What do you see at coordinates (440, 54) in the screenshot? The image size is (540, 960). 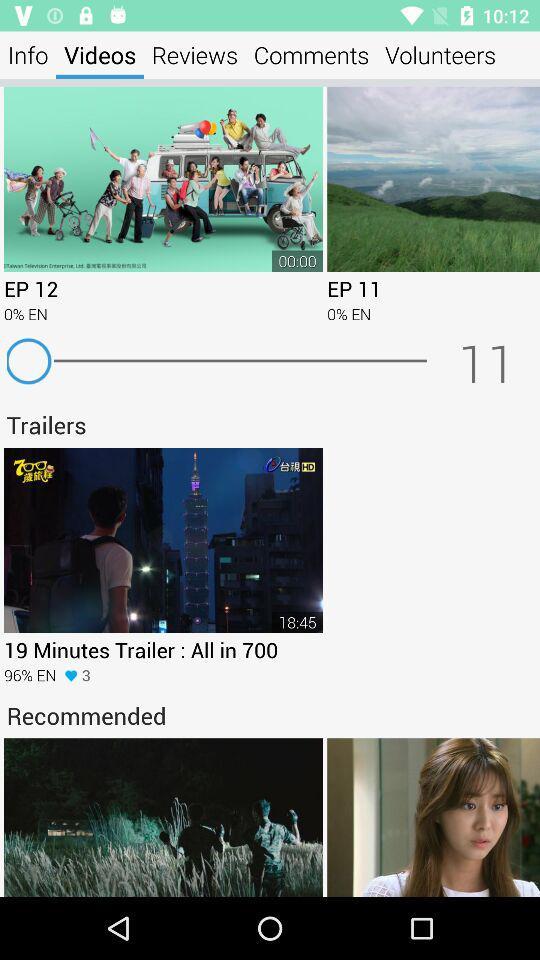 I see `the item next to the comments` at bounding box center [440, 54].